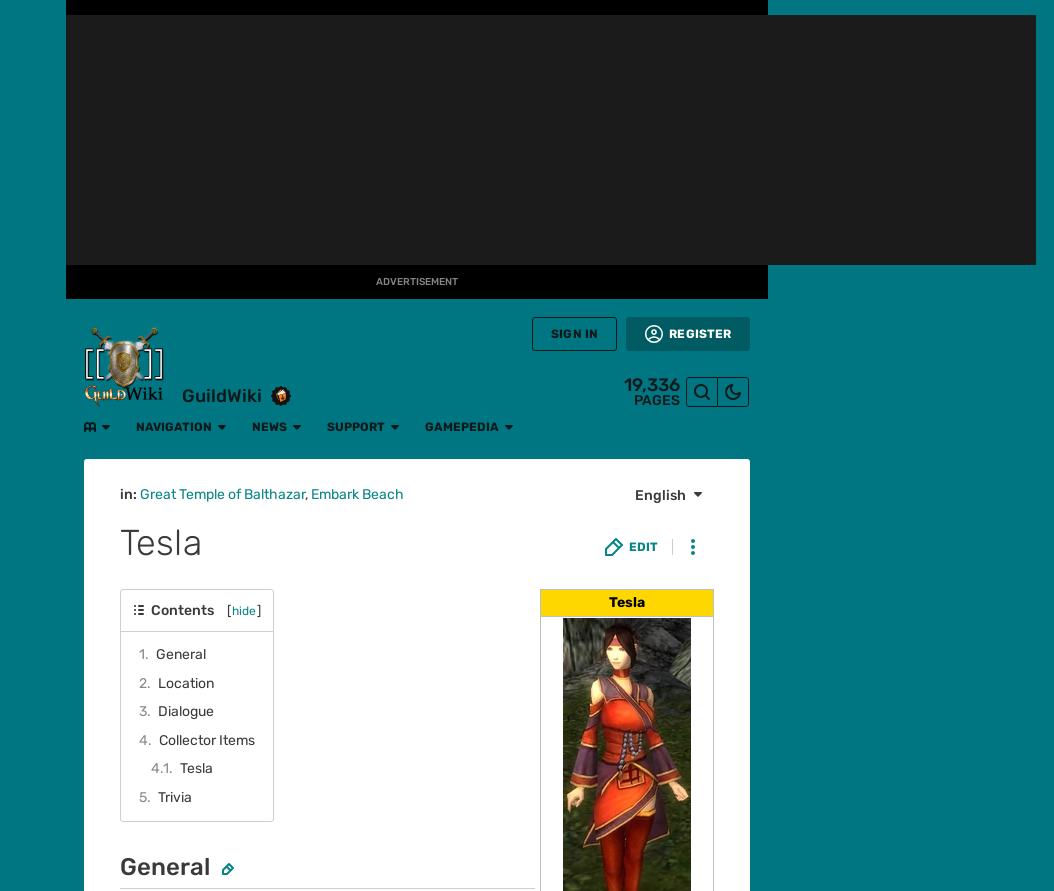 Image resolution: width=1054 pixels, height=891 pixels. What do you see at coordinates (32, 358) in the screenshot?
I see `'Anime'` at bounding box center [32, 358].